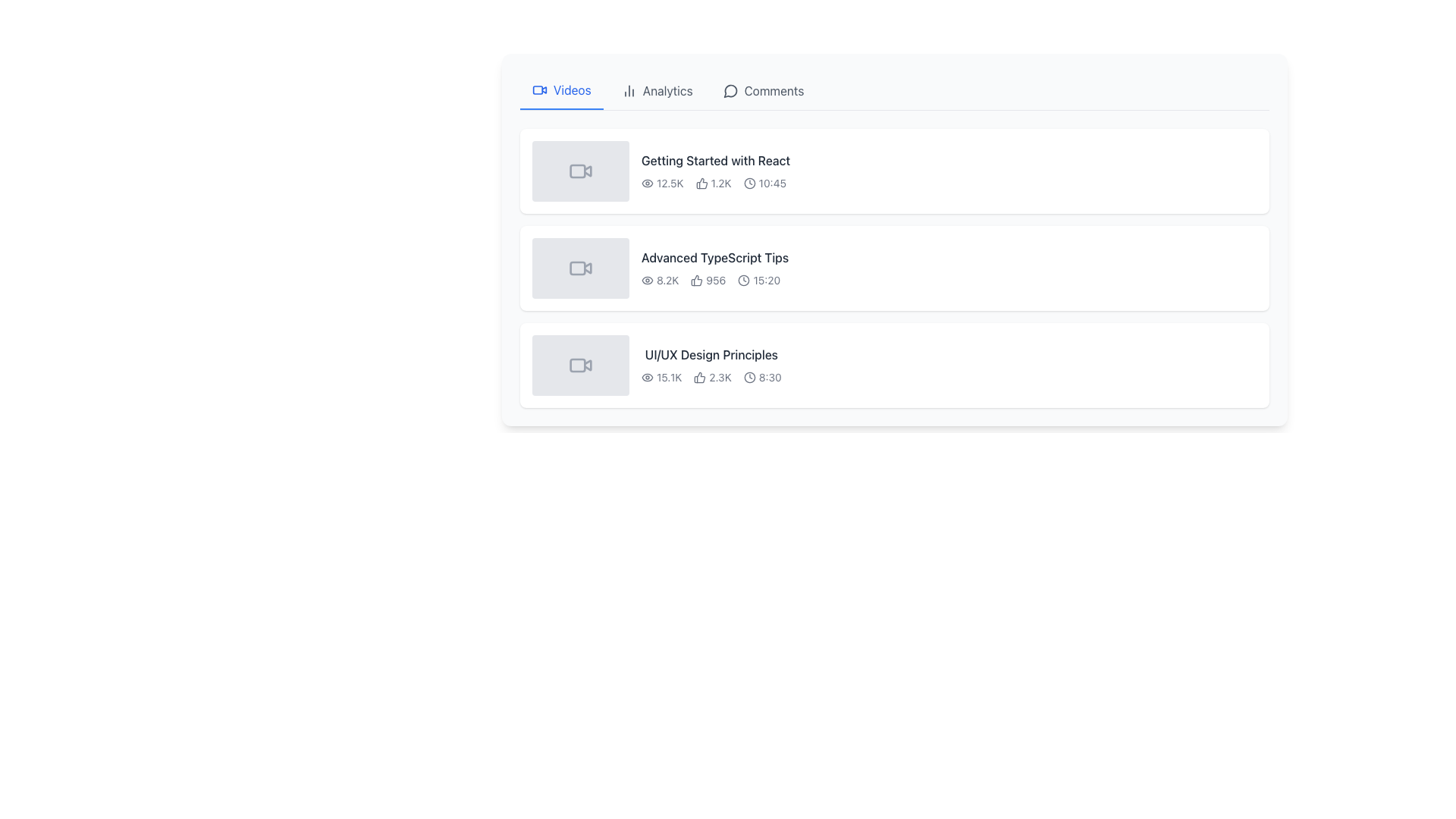 The image size is (1456, 819). What do you see at coordinates (577, 268) in the screenshot?
I see `the recording or play-related icon located to the left of the label 'Advanced TypeScript Tips' in the video interface` at bounding box center [577, 268].